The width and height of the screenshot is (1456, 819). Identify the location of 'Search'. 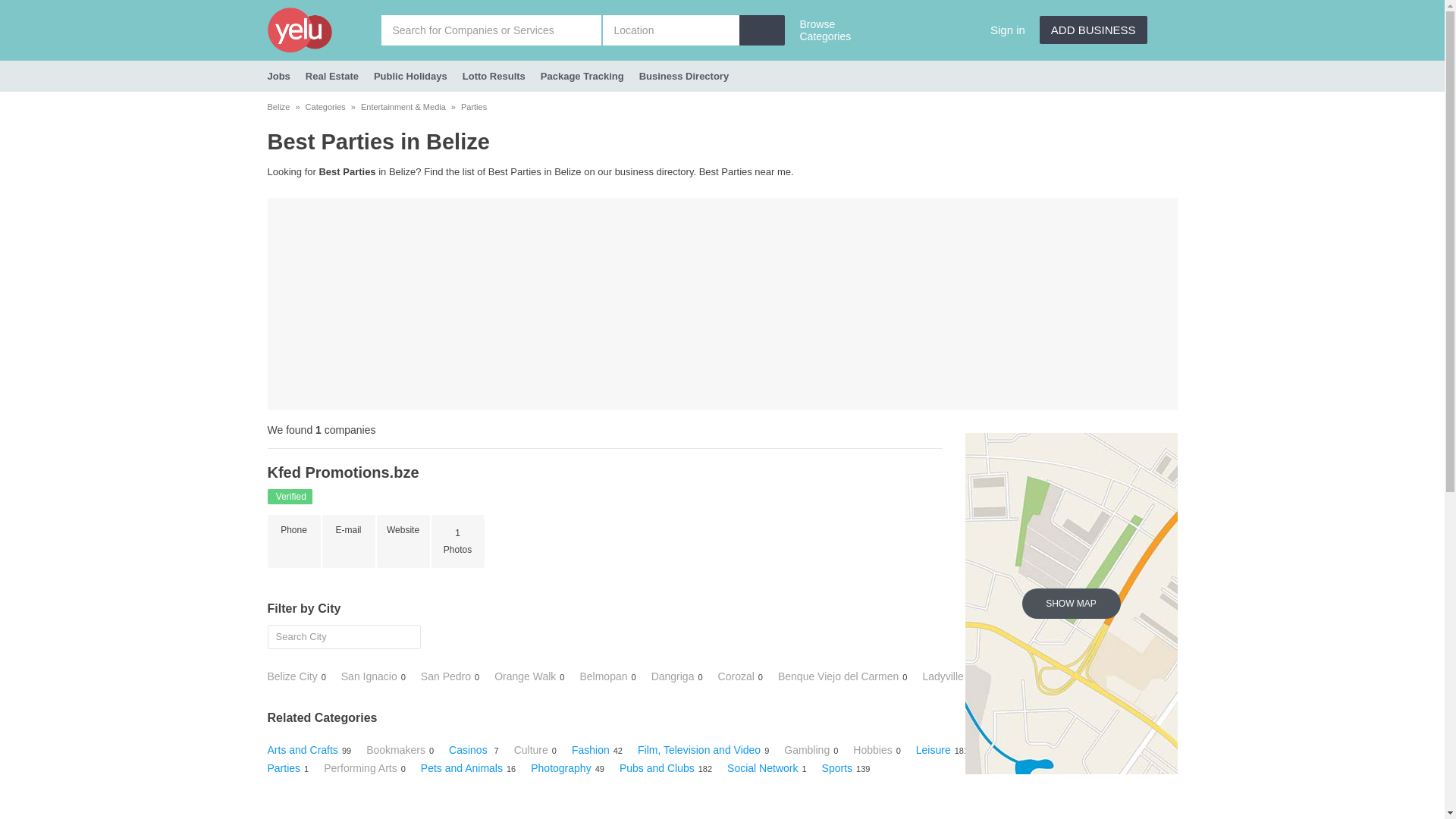
(17, 7).